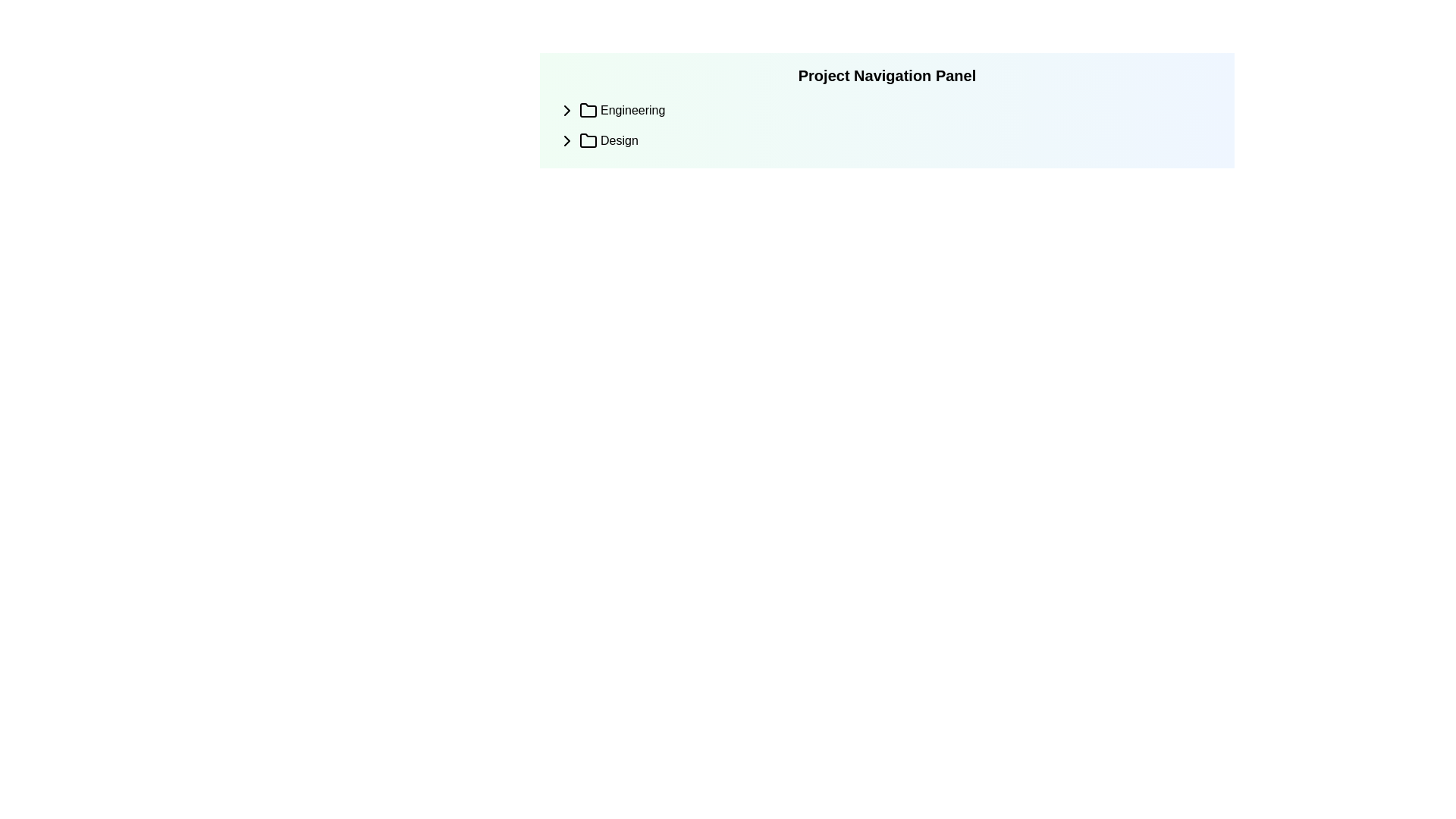 Image resolution: width=1456 pixels, height=819 pixels. What do you see at coordinates (588, 140) in the screenshot?
I see `the minimalist black folder icon located to the left of the 'Design' text label in the project navigation panel` at bounding box center [588, 140].